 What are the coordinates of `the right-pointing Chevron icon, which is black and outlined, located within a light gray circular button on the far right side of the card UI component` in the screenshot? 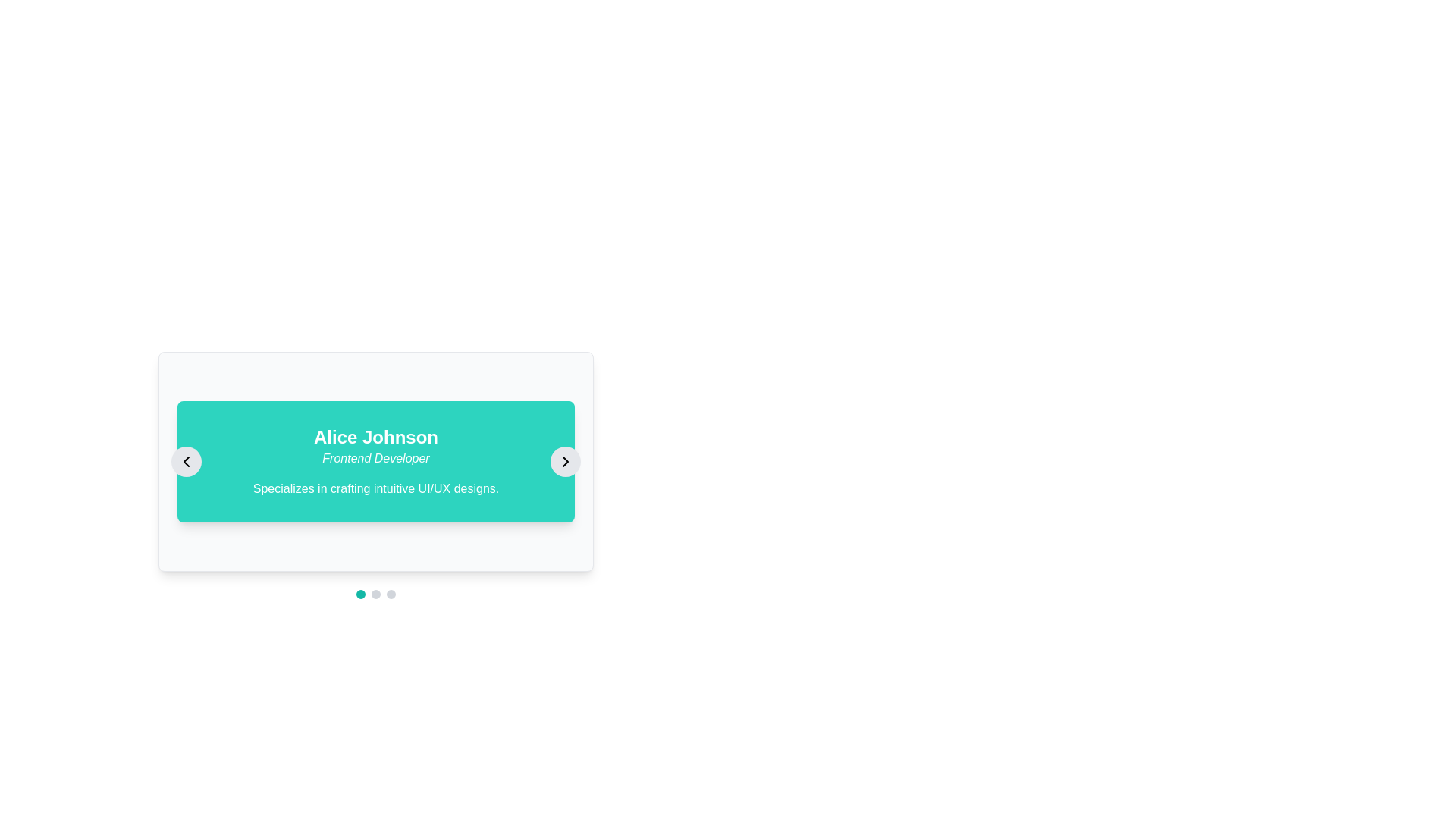 It's located at (564, 461).